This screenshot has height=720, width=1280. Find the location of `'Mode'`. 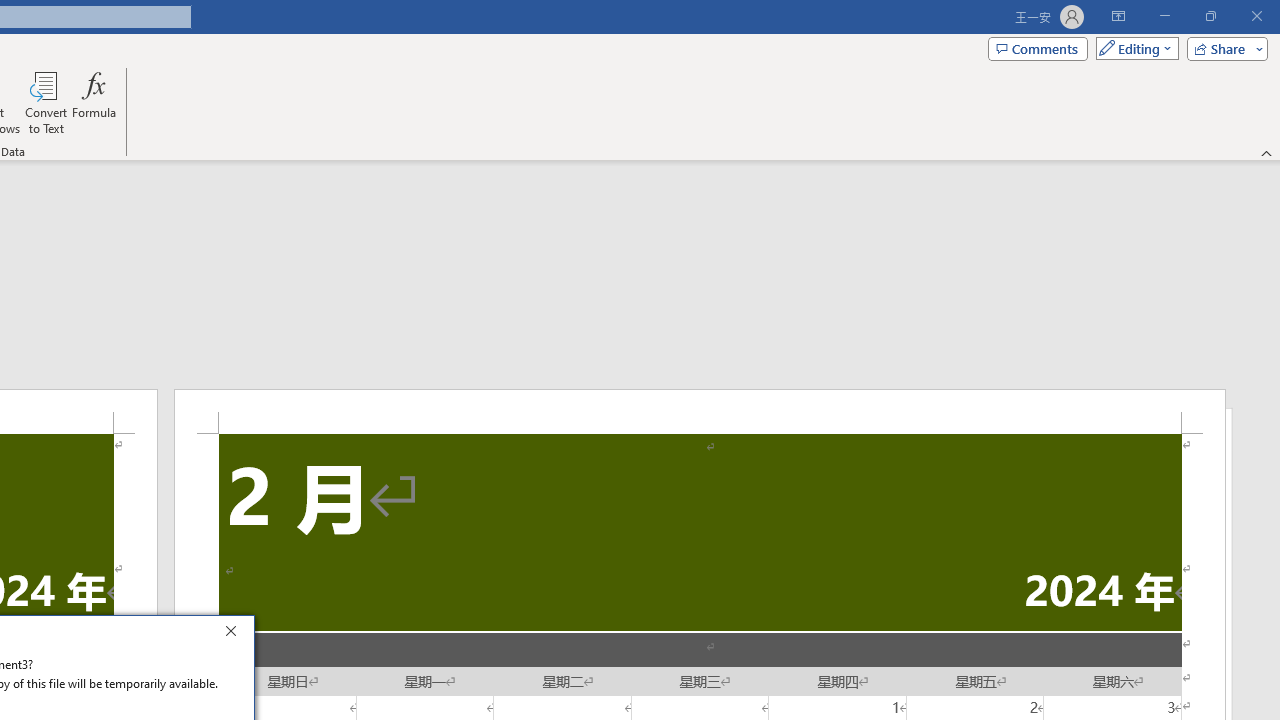

'Mode' is located at coordinates (1133, 47).